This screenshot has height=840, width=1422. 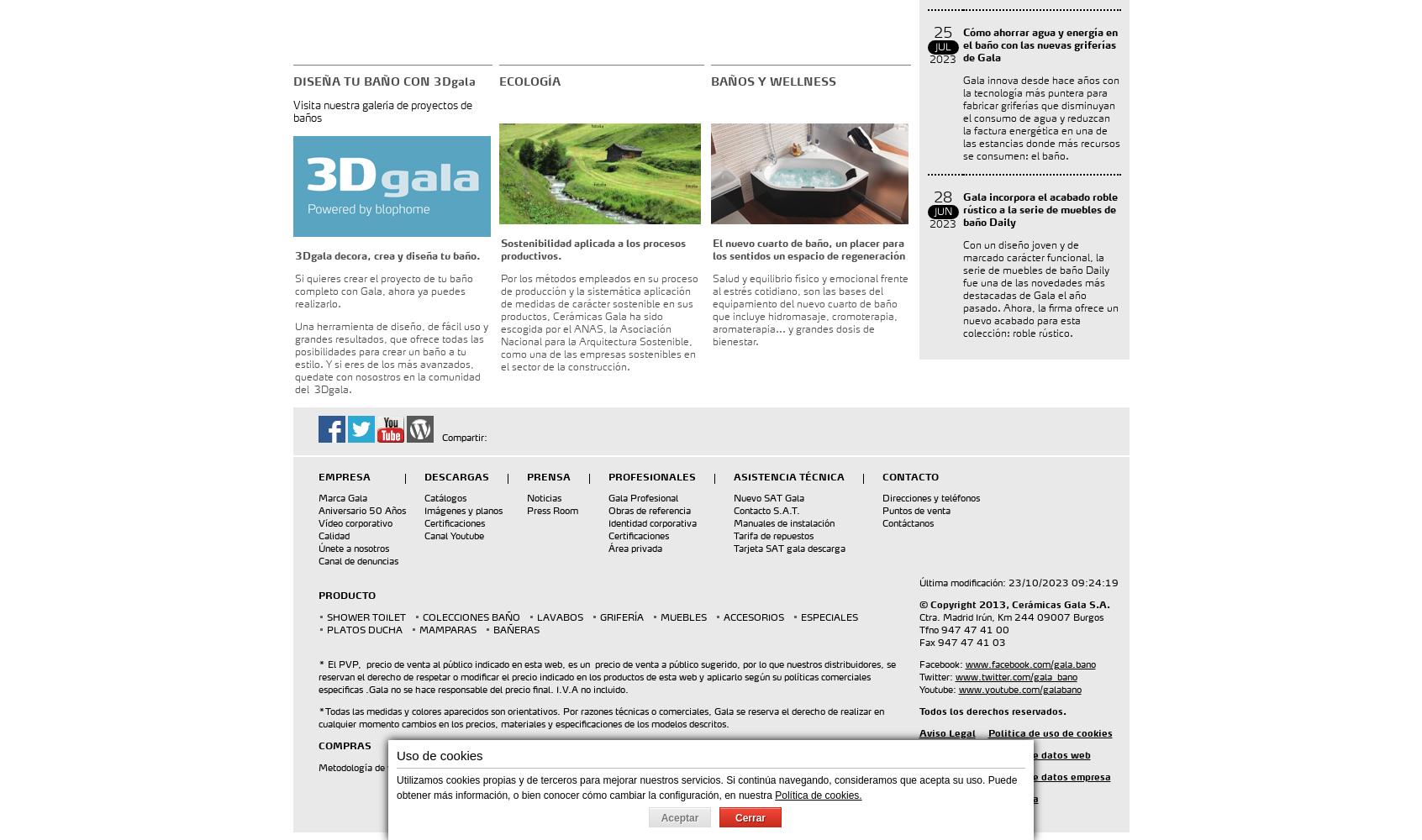 What do you see at coordinates (495, 768) in the screenshot?
I see `'.'` at bounding box center [495, 768].